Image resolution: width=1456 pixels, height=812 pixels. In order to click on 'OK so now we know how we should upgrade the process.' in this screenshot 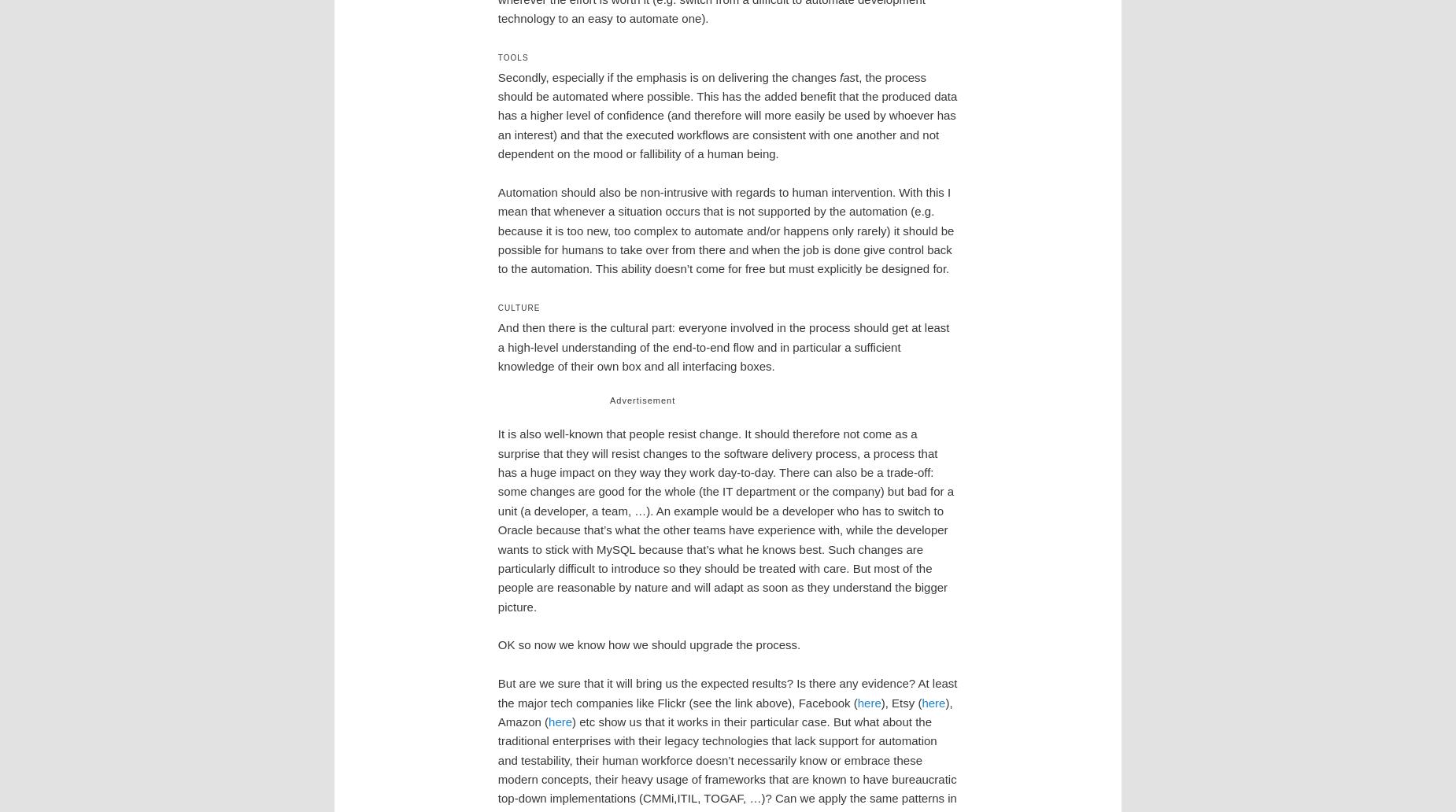, I will do `click(649, 644)`.